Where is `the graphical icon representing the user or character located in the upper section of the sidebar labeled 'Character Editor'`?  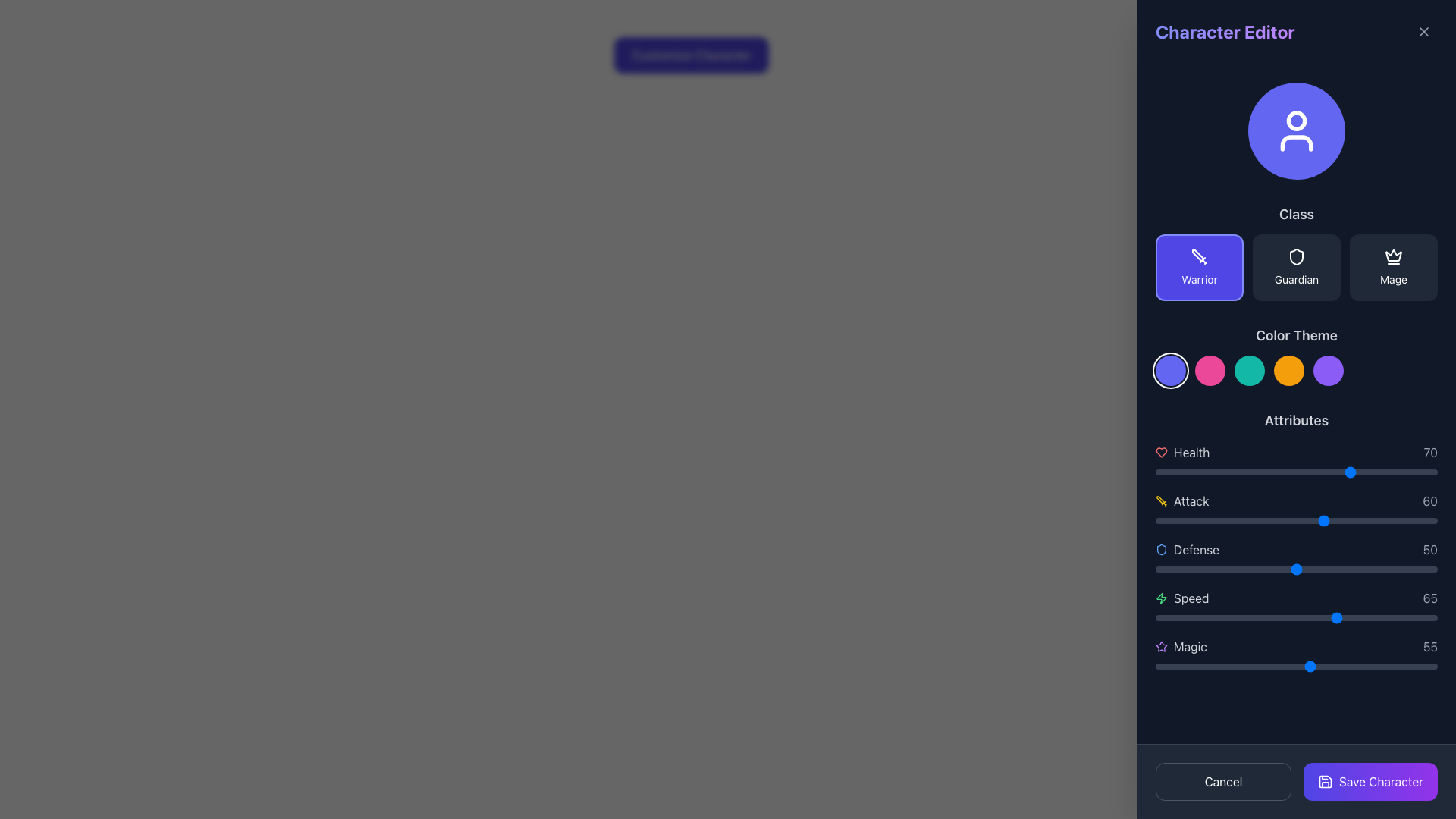
the graphical icon representing the user or character located in the upper section of the sidebar labeled 'Character Editor' is located at coordinates (1295, 130).